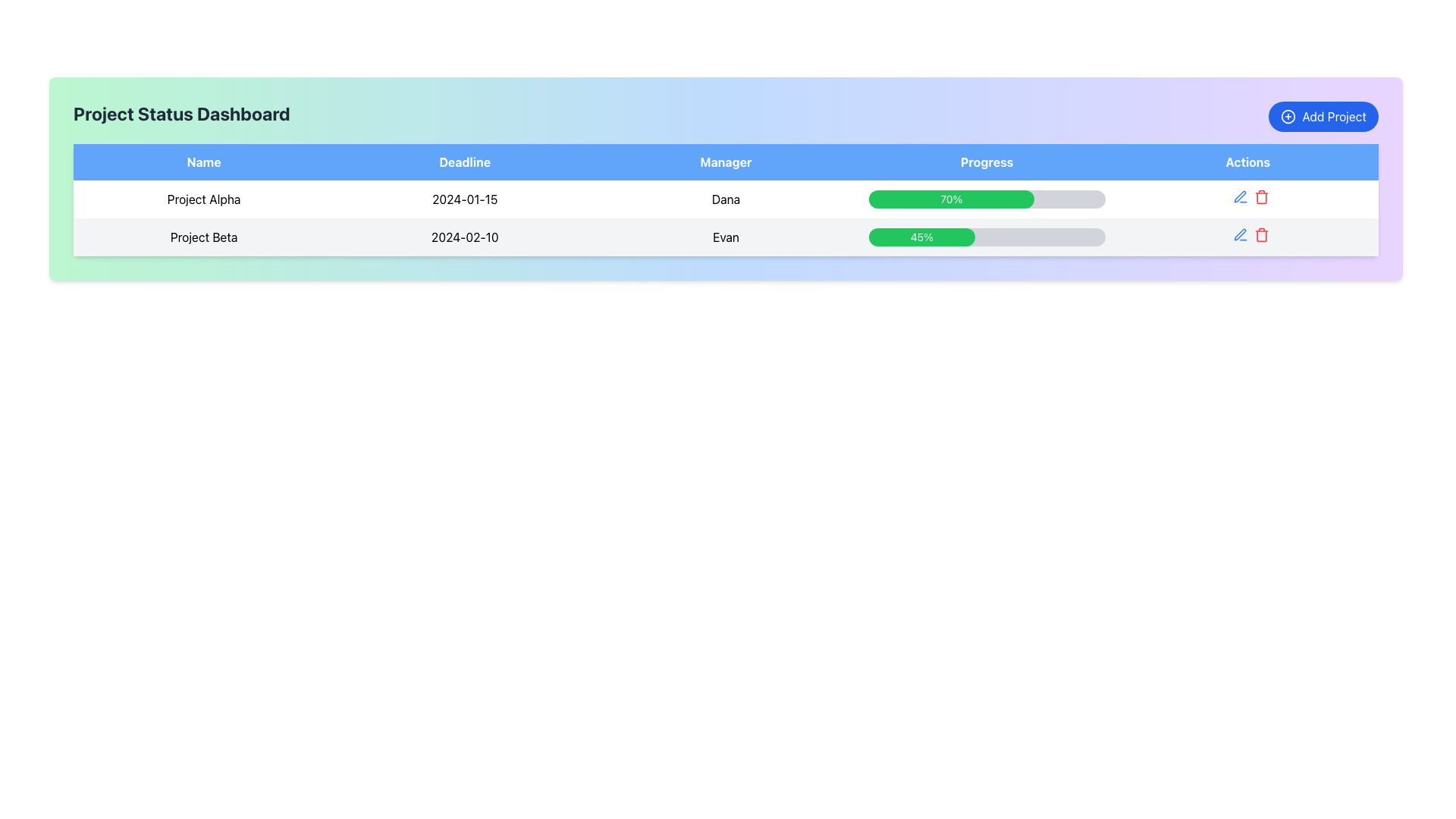 Image resolution: width=1456 pixels, height=819 pixels. Describe the element at coordinates (203, 237) in the screenshot. I see `the text label representing the name of the project in the second row of the table under the 'Name' column` at that location.